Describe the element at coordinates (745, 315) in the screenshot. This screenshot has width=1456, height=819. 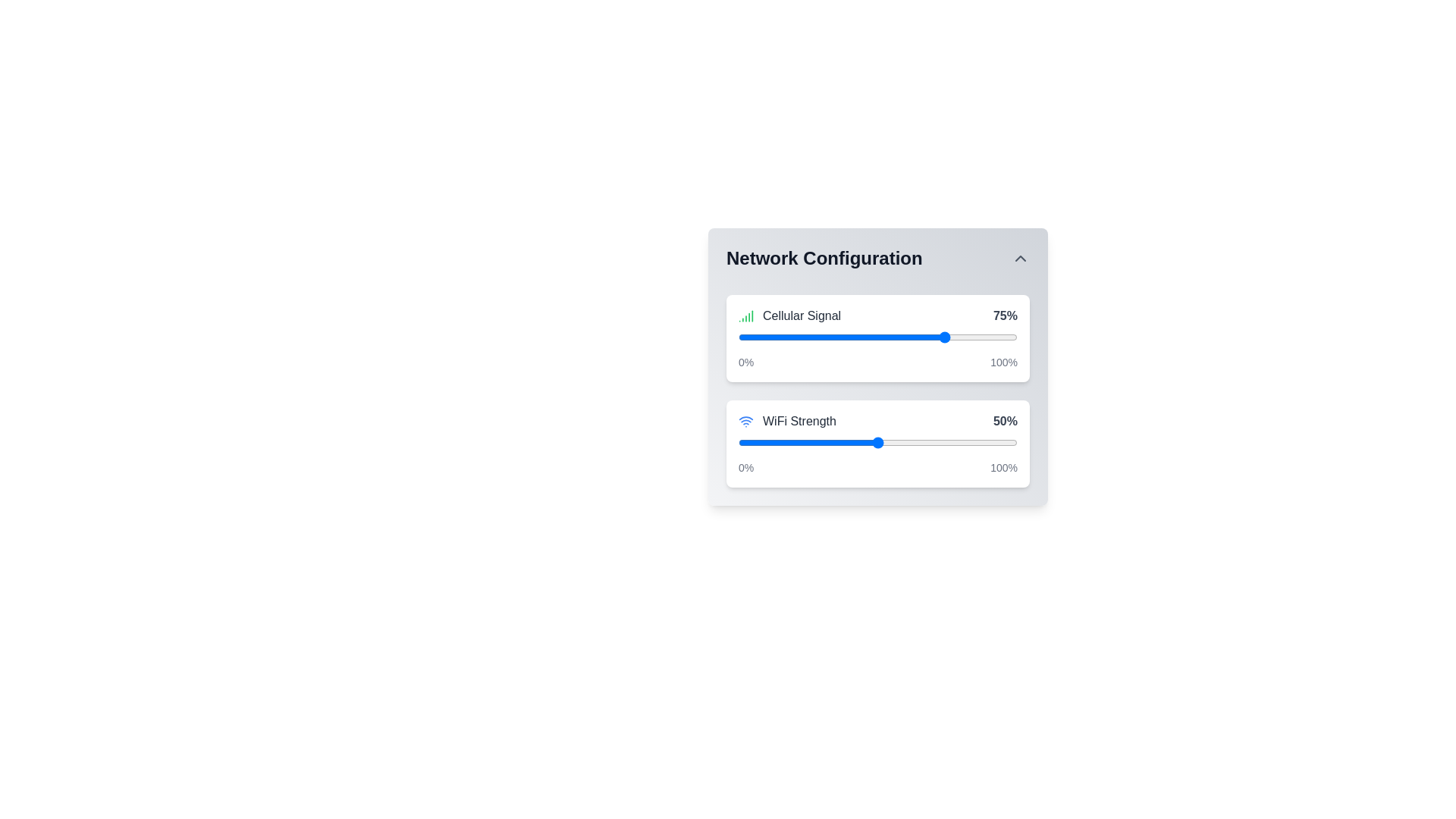
I see `the cellular signal strength icon located to the left of the 'Cellular Signal' label in the 'Network Configuration' section of the card interface` at that location.